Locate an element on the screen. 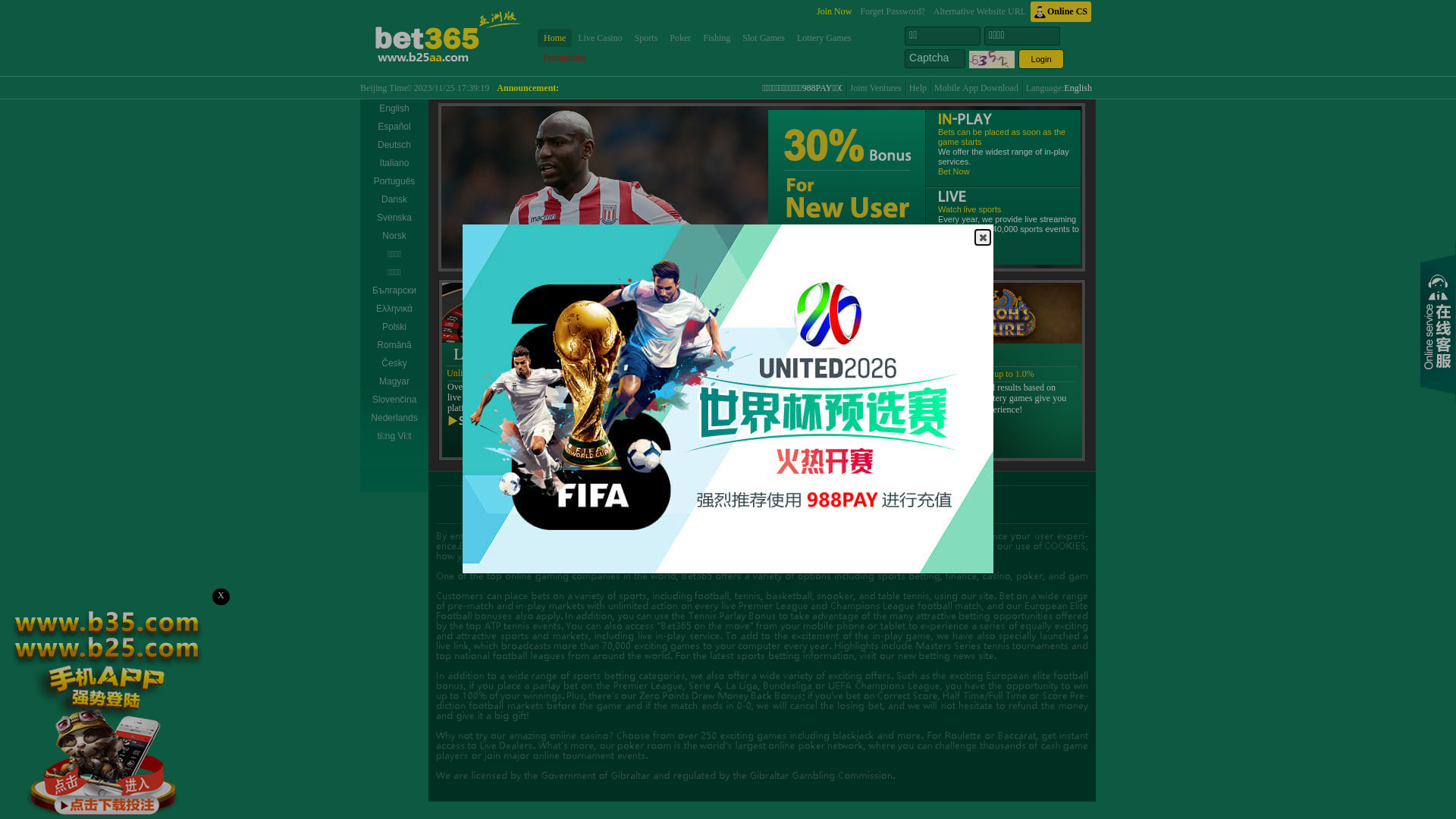 The width and height of the screenshot is (1456, 819). 'Forget Password?' is located at coordinates (892, 11).